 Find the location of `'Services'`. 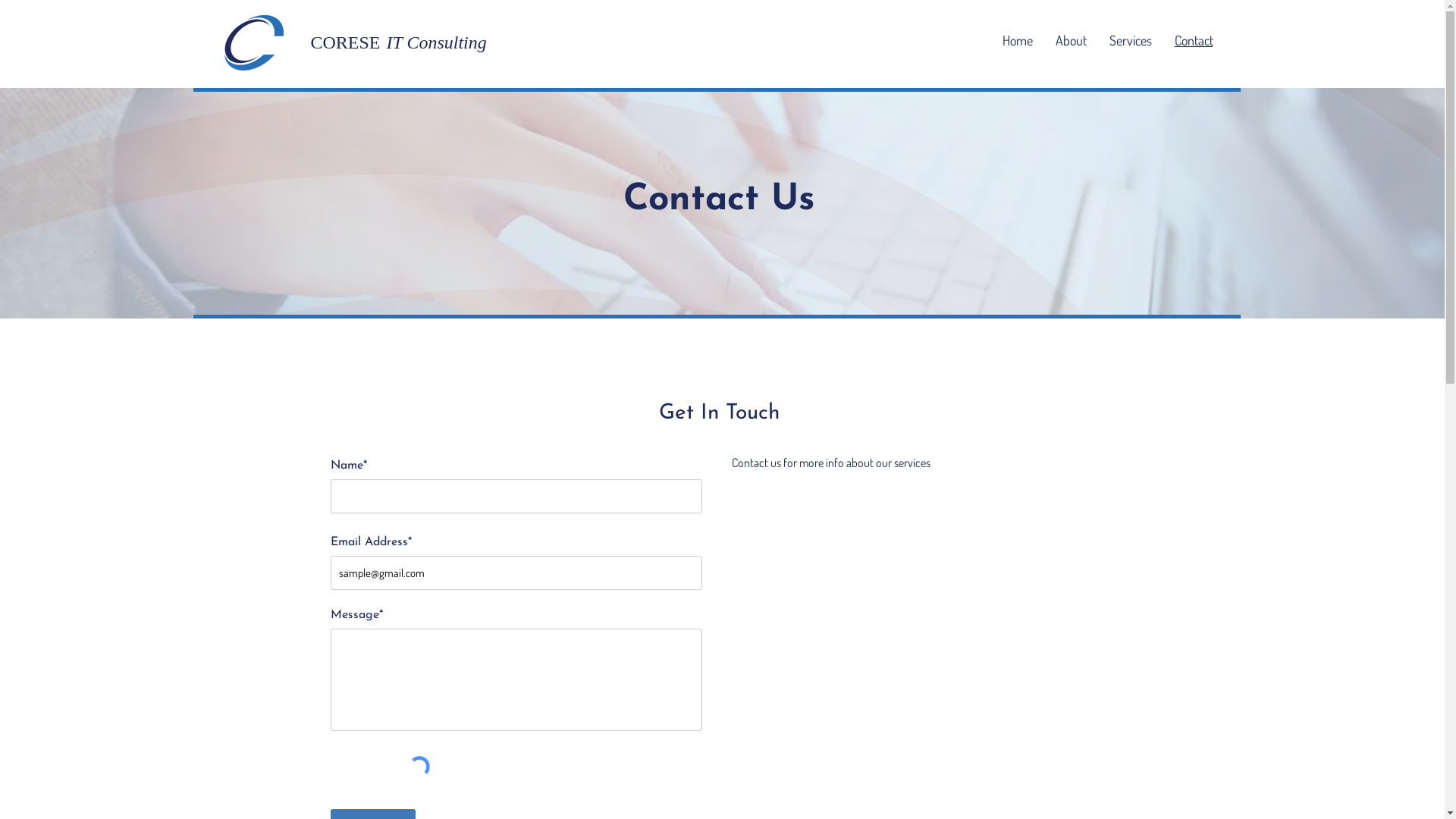

'Services' is located at coordinates (1131, 39).